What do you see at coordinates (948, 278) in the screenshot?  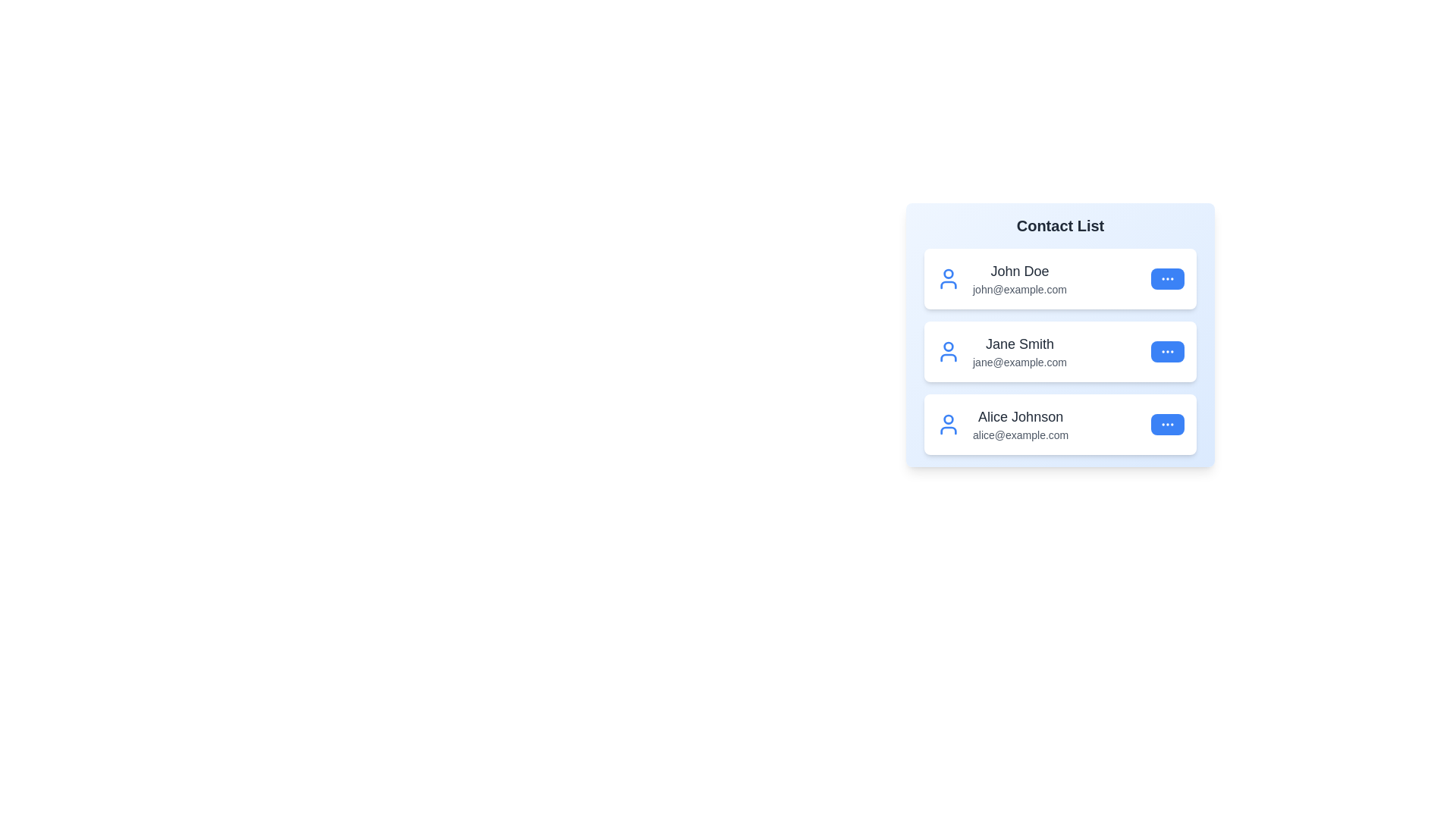 I see `the user icon for John Doe` at bounding box center [948, 278].